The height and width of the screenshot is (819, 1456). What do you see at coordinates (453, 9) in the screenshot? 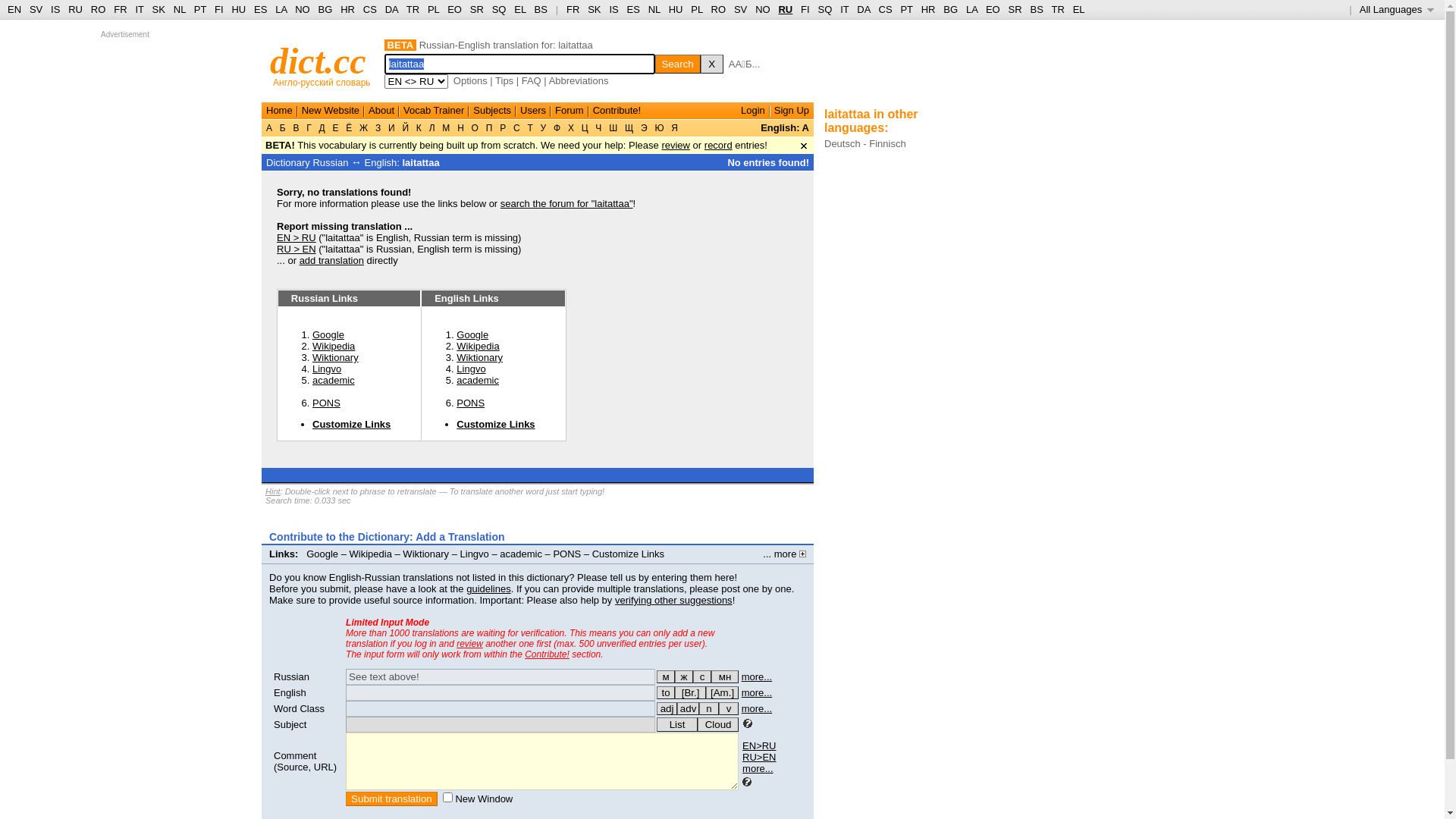
I see `'EO'` at bounding box center [453, 9].